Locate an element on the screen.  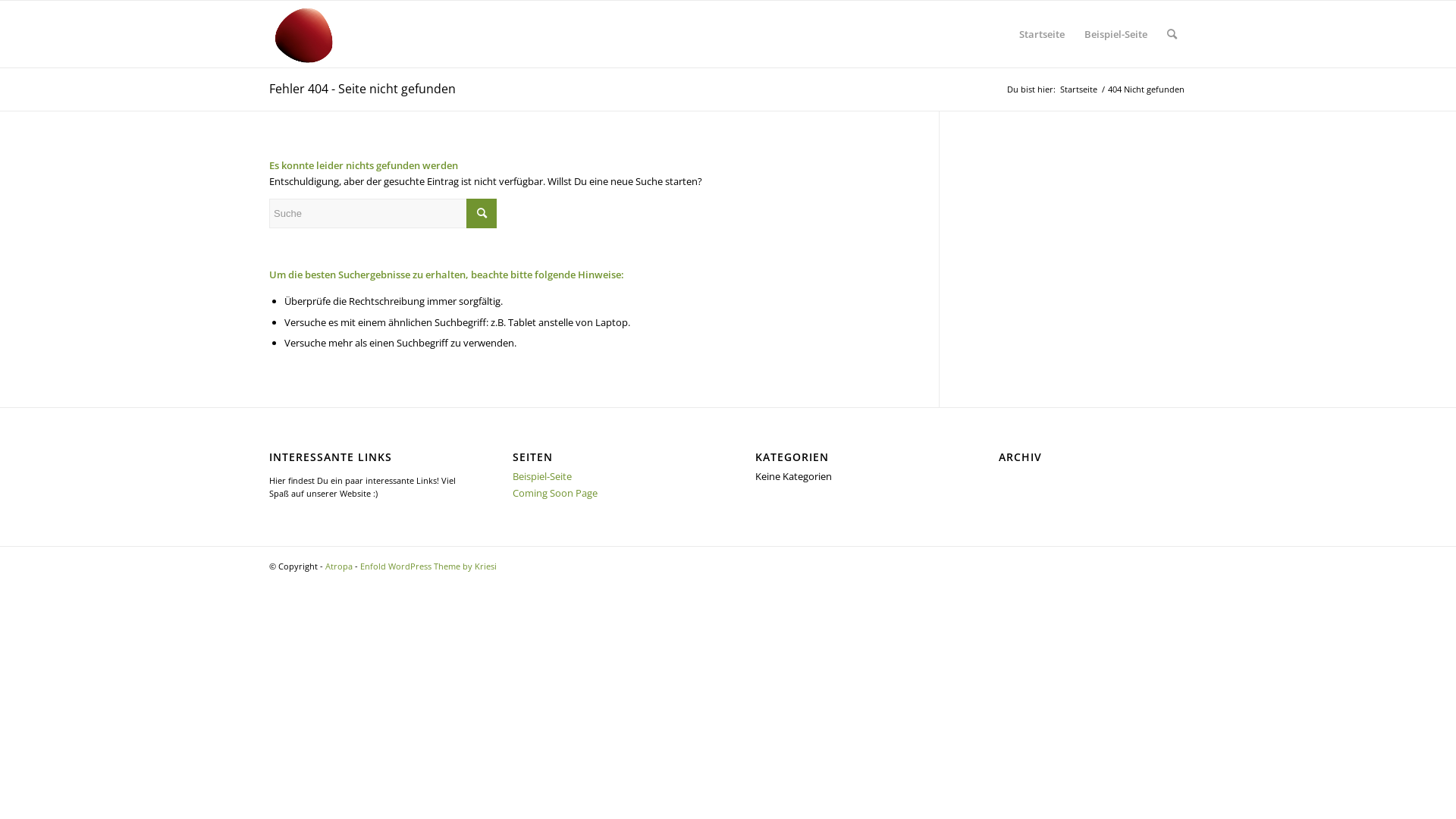
'Beispiel-Seite' is located at coordinates (1116, 34).